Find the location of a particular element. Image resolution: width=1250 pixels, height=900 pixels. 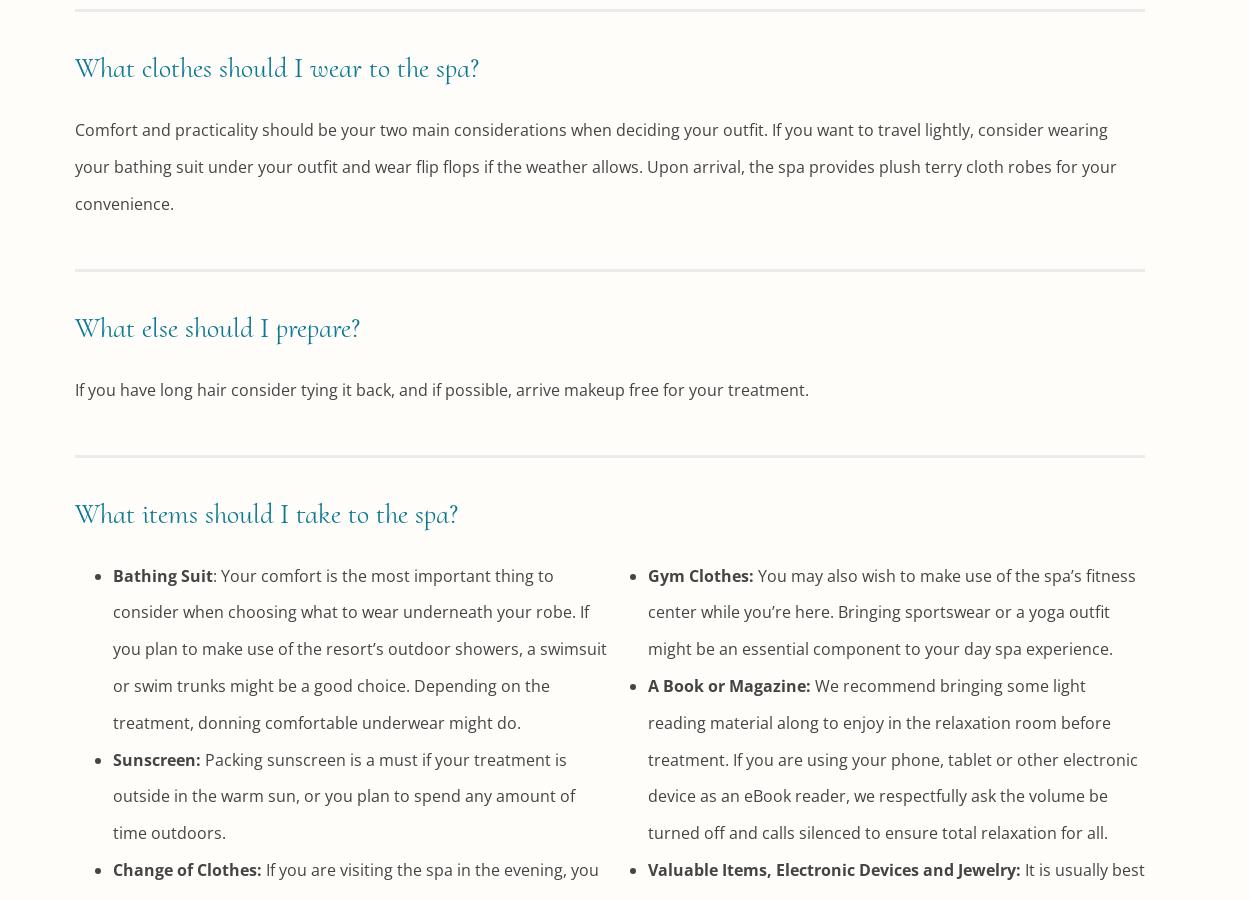

'Sunscreen:' is located at coordinates (156, 757).